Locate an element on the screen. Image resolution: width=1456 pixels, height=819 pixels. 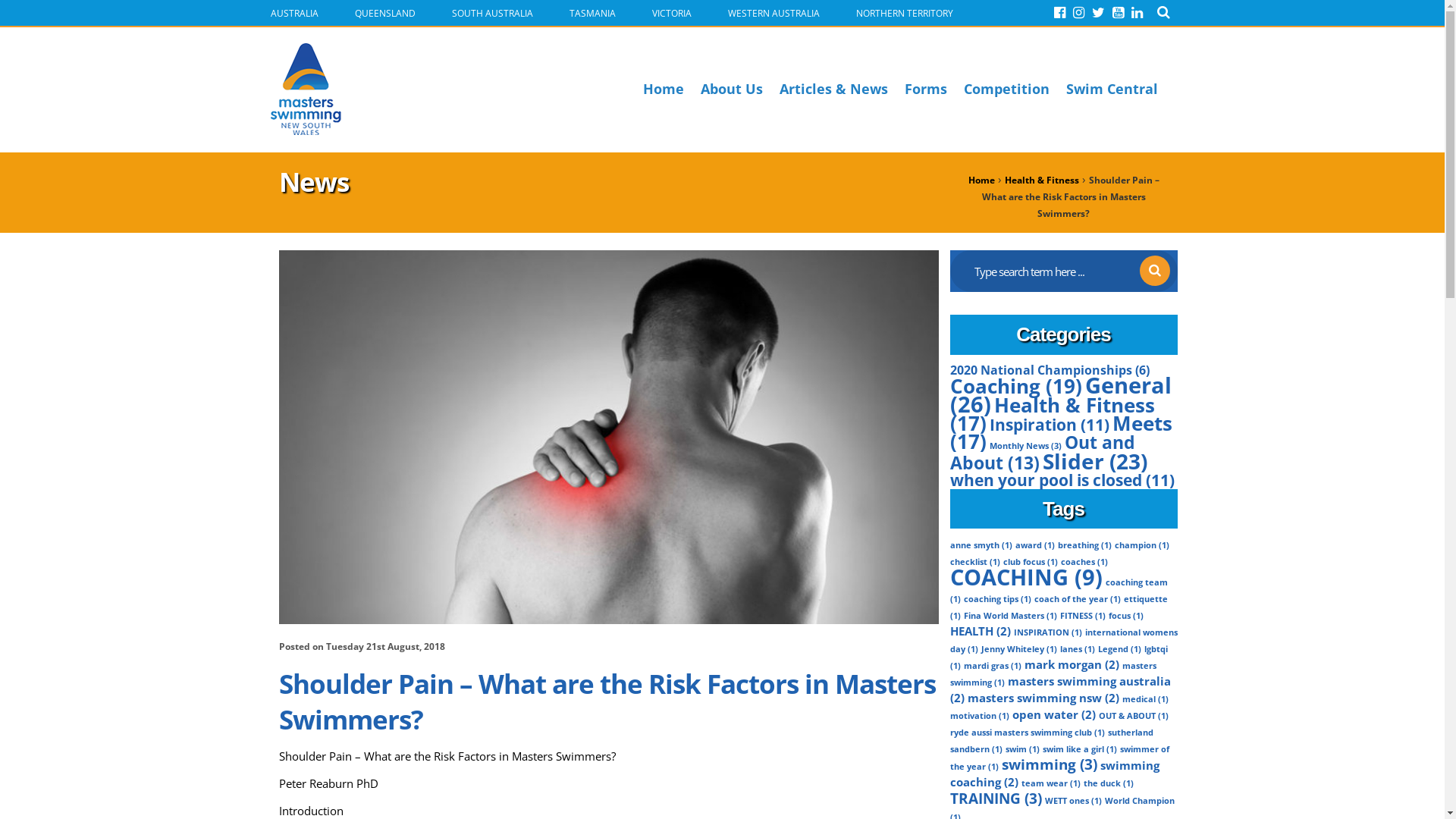
'award (1)' is located at coordinates (1015, 544).